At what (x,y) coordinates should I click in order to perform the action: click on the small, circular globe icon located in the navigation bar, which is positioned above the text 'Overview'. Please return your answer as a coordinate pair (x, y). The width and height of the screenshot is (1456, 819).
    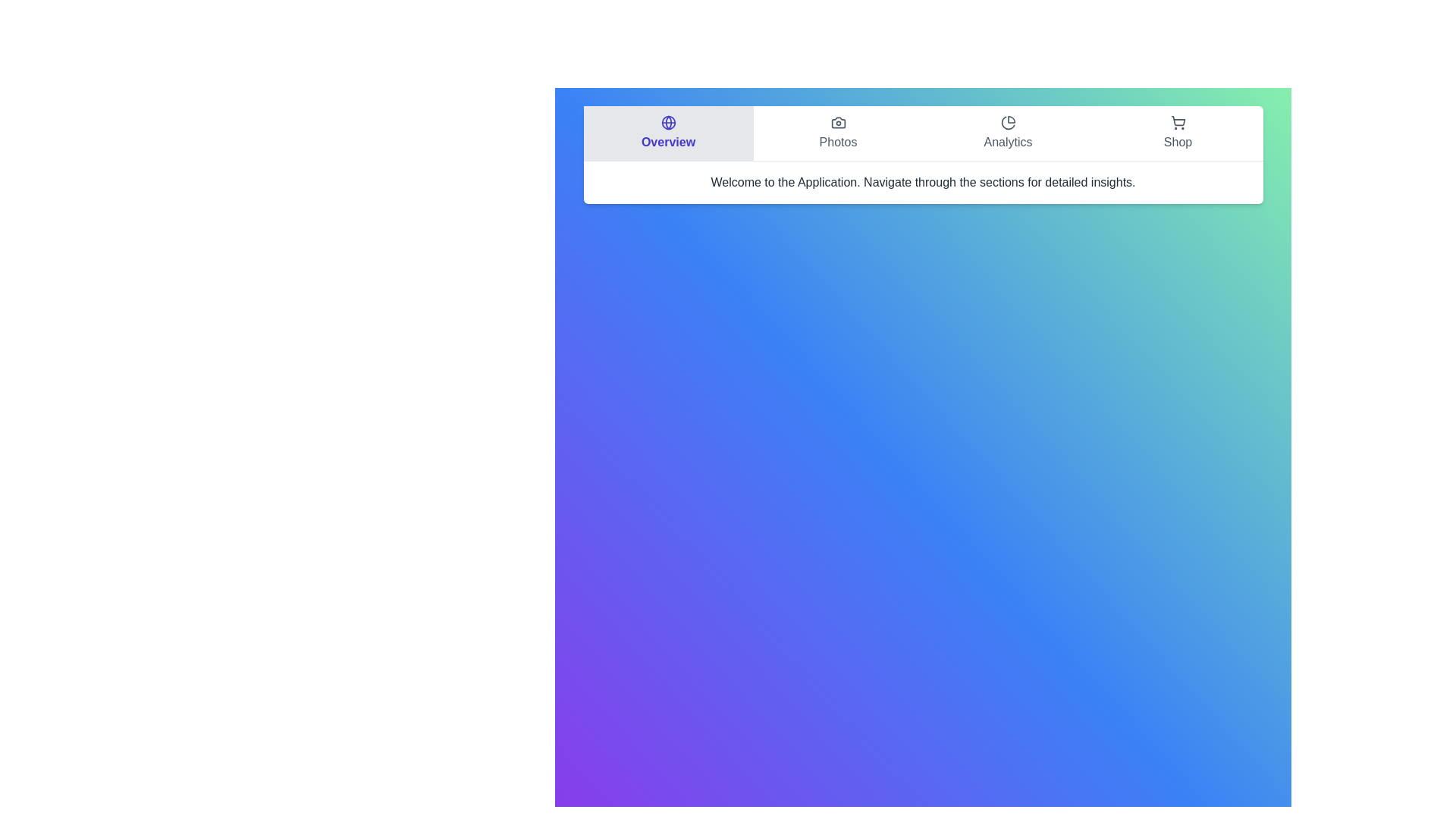
    Looking at the image, I should click on (667, 122).